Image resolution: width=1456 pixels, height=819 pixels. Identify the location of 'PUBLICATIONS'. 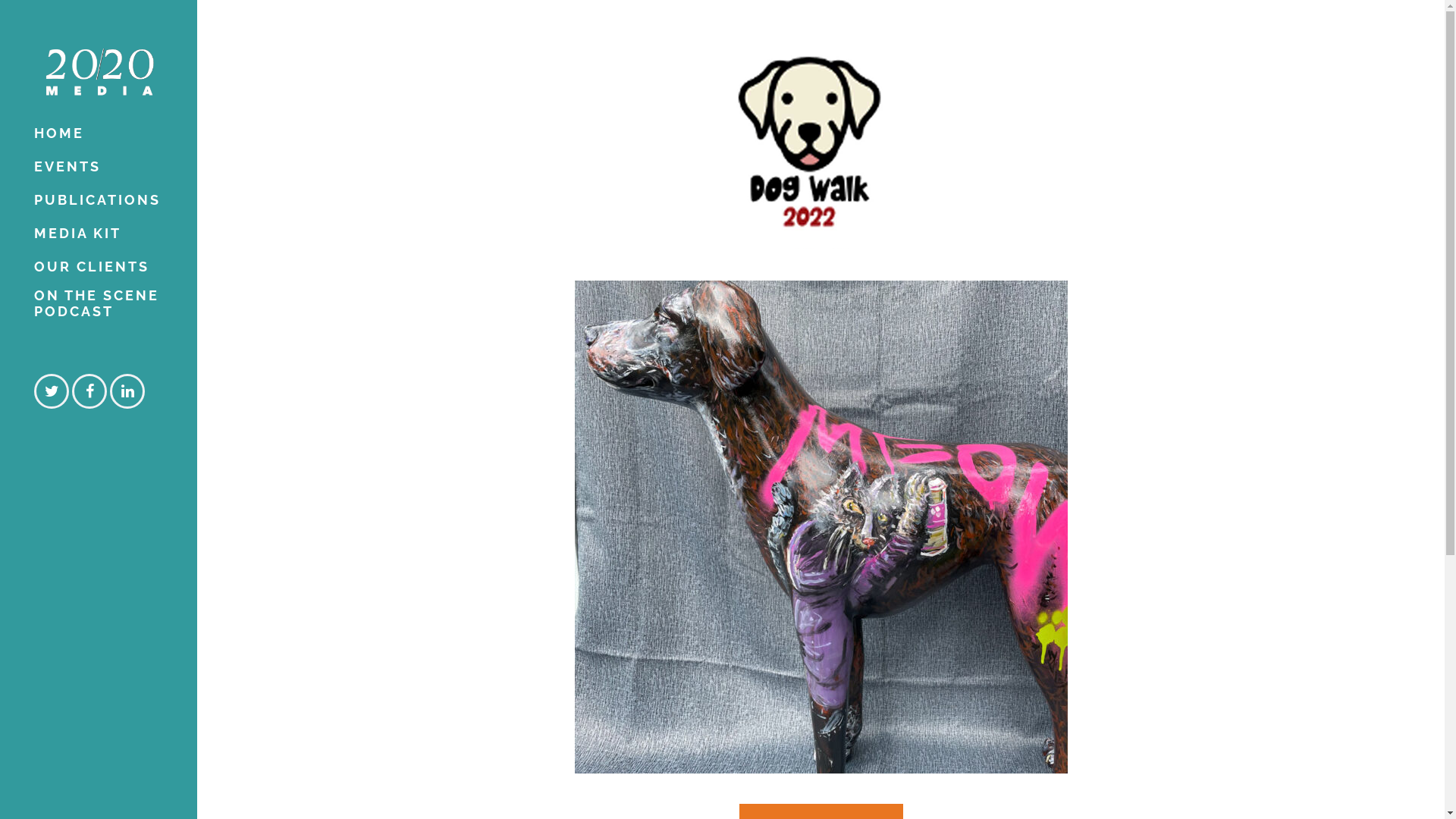
(97, 199).